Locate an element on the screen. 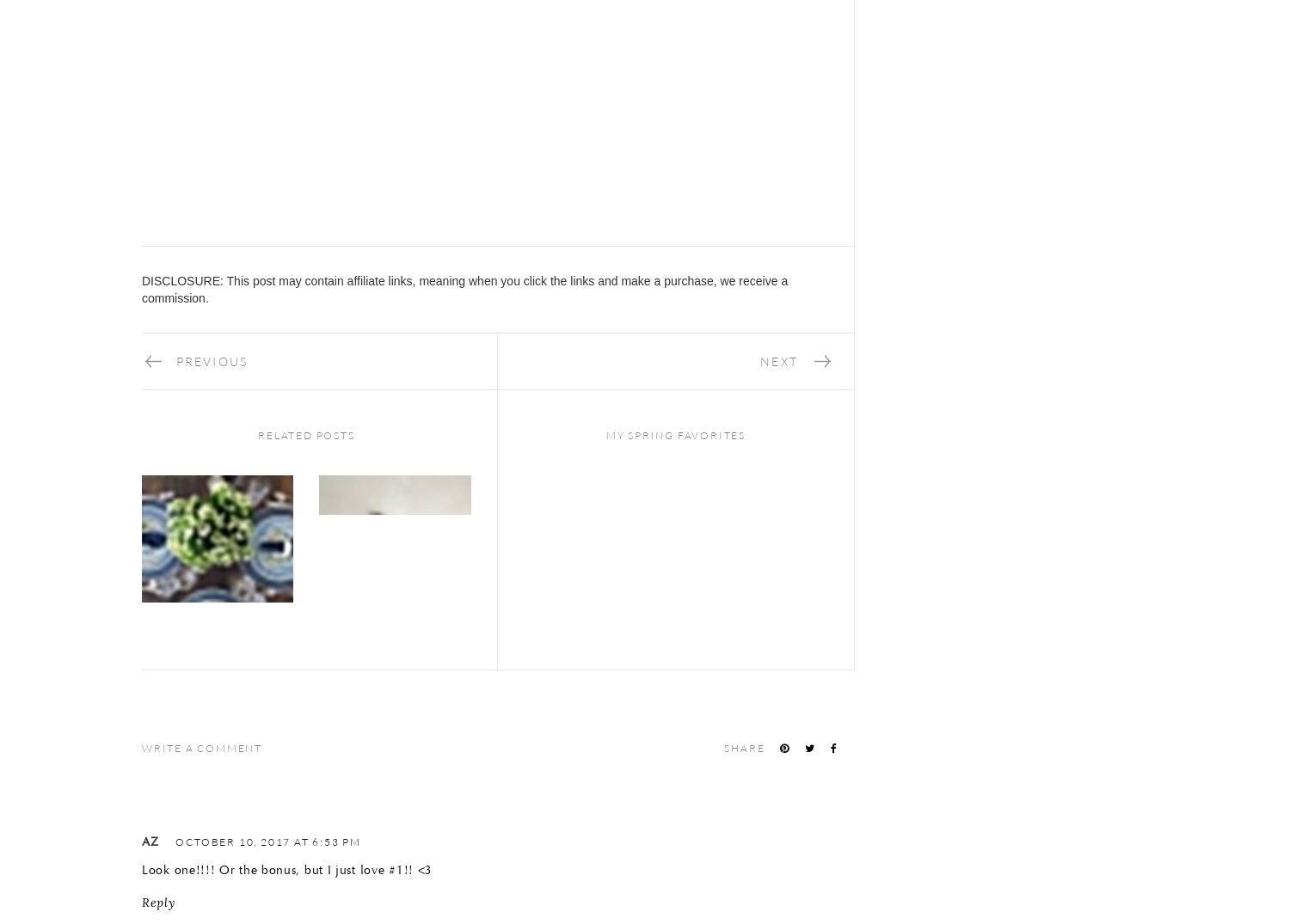  'Look one!!!! Or the bonus, but I just love #1!! <3' is located at coordinates (286, 869).